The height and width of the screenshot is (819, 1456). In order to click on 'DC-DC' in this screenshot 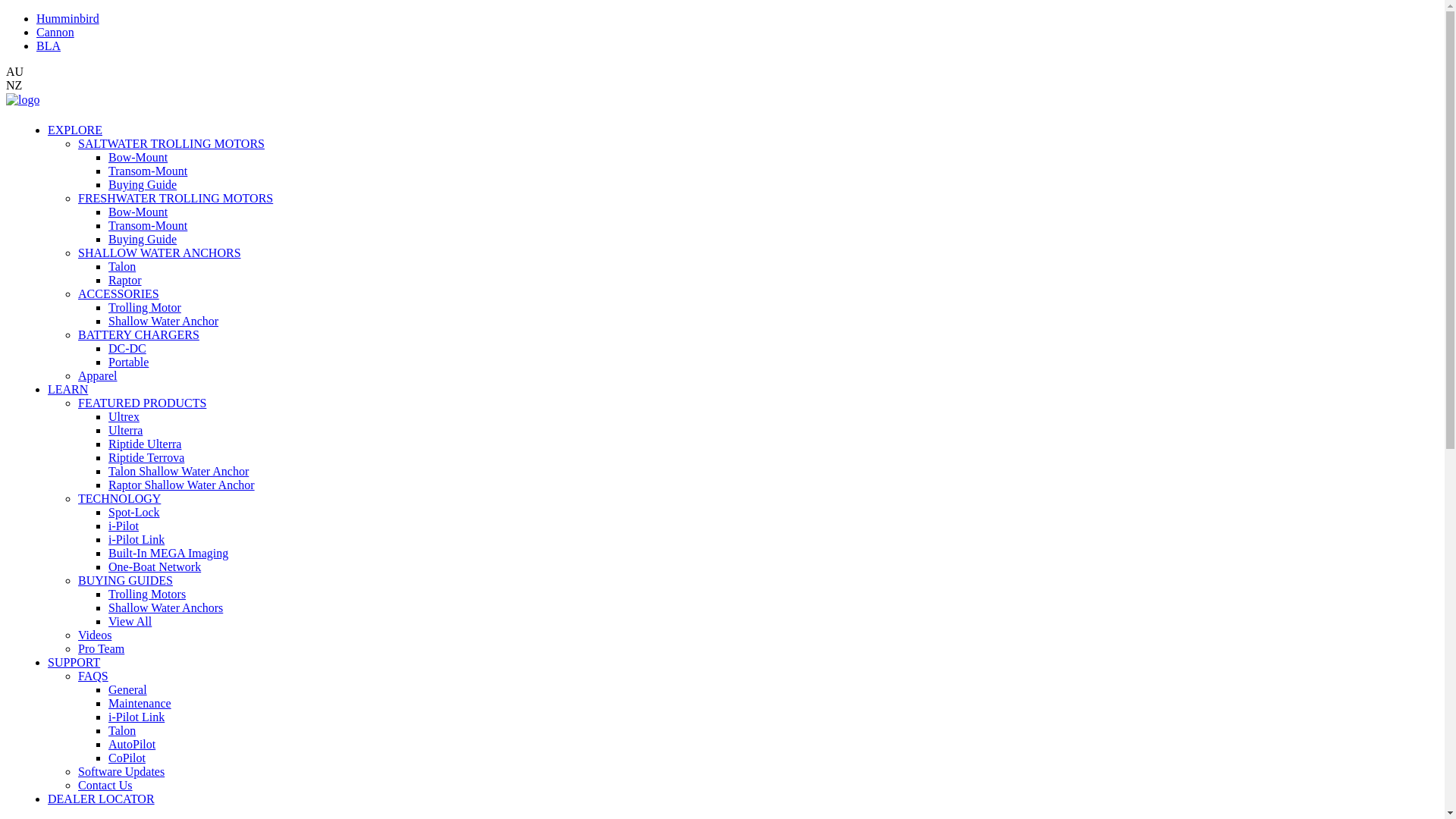, I will do `click(127, 348)`.